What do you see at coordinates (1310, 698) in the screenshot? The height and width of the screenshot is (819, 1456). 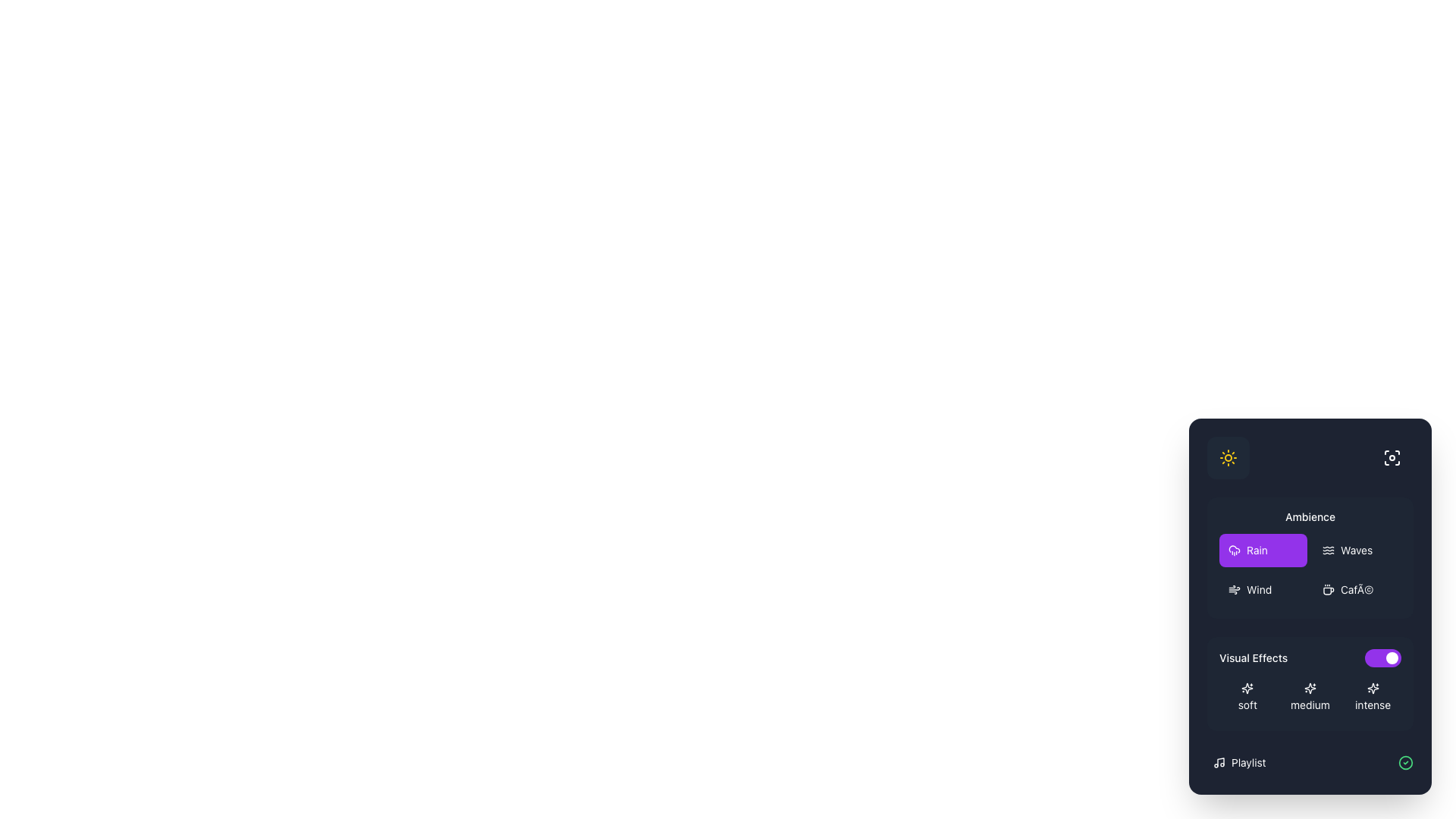 I see `the button labeled 'medium' that is positioned in the center of three aligned buttons with rounded borders` at bounding box center [1310, 698].